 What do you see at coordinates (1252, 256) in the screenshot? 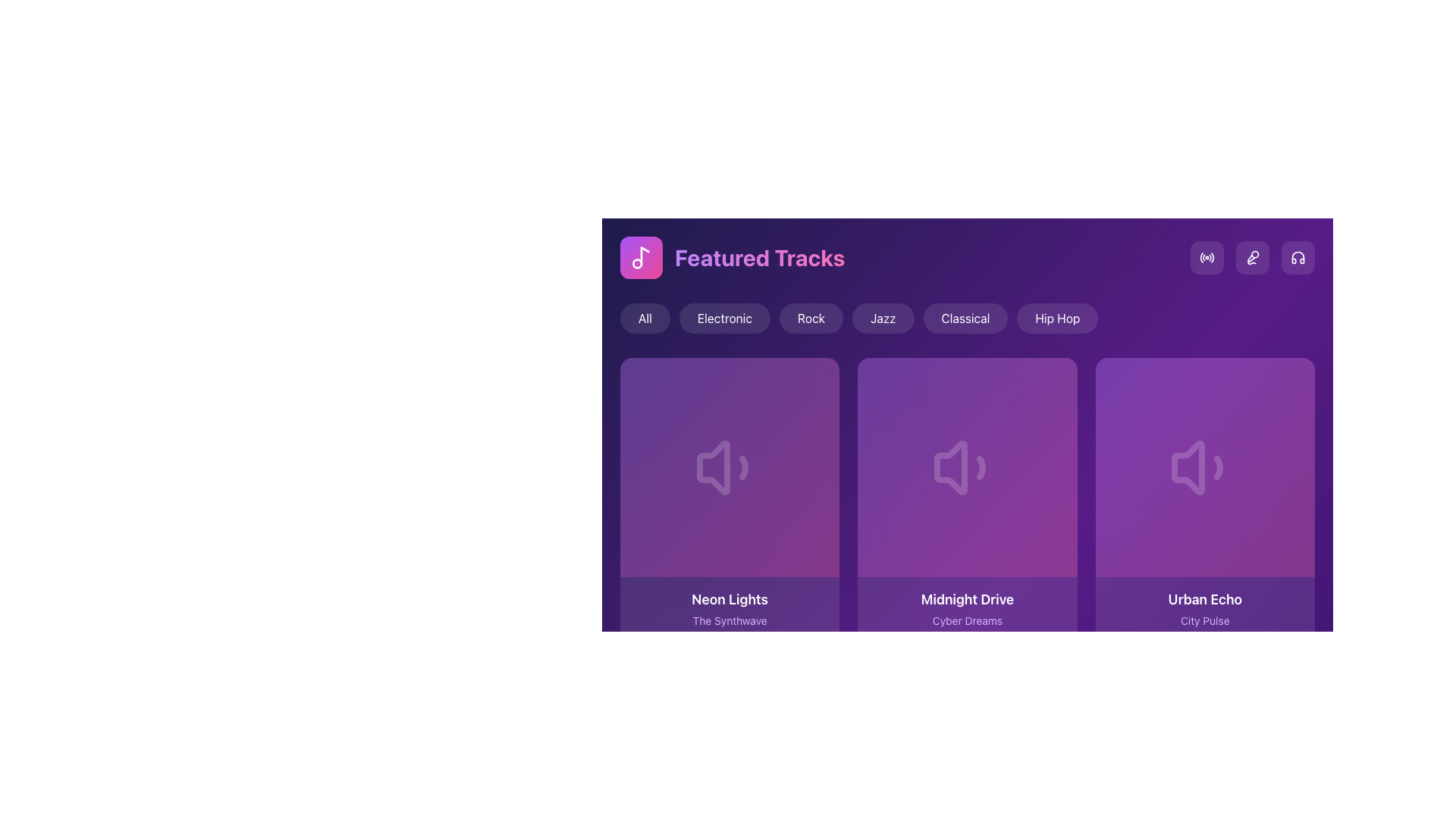
I see `the central button with a light purple background and a microphone icon` at bounding box center [1252, 256].